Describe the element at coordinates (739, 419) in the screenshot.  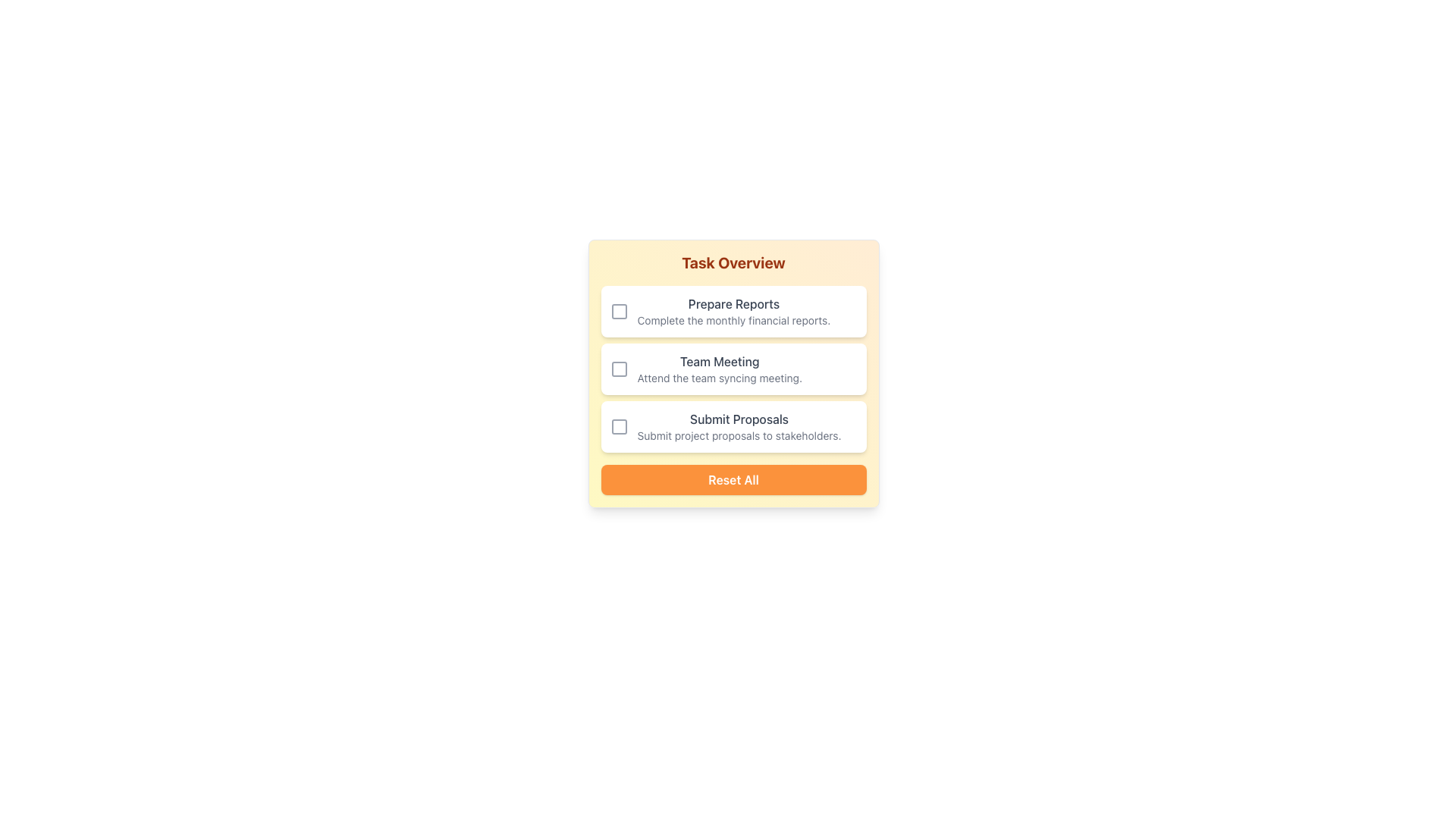
I see `the text label 'Submit Proposals' which is the heading of the third task item in the task list interface` at that location.